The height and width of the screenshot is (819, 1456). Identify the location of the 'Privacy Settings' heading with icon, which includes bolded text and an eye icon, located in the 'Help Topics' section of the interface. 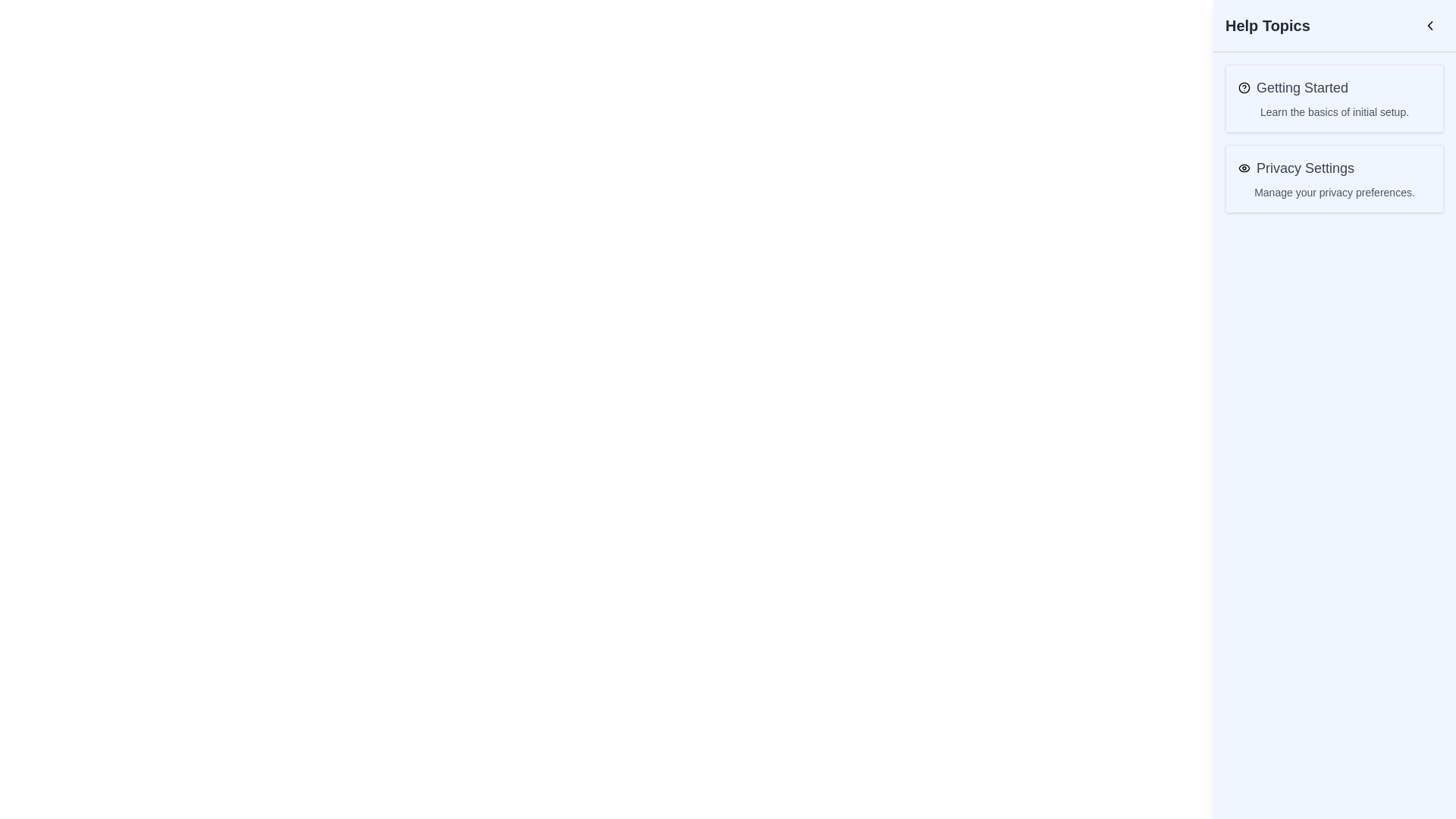
(1335, 168).